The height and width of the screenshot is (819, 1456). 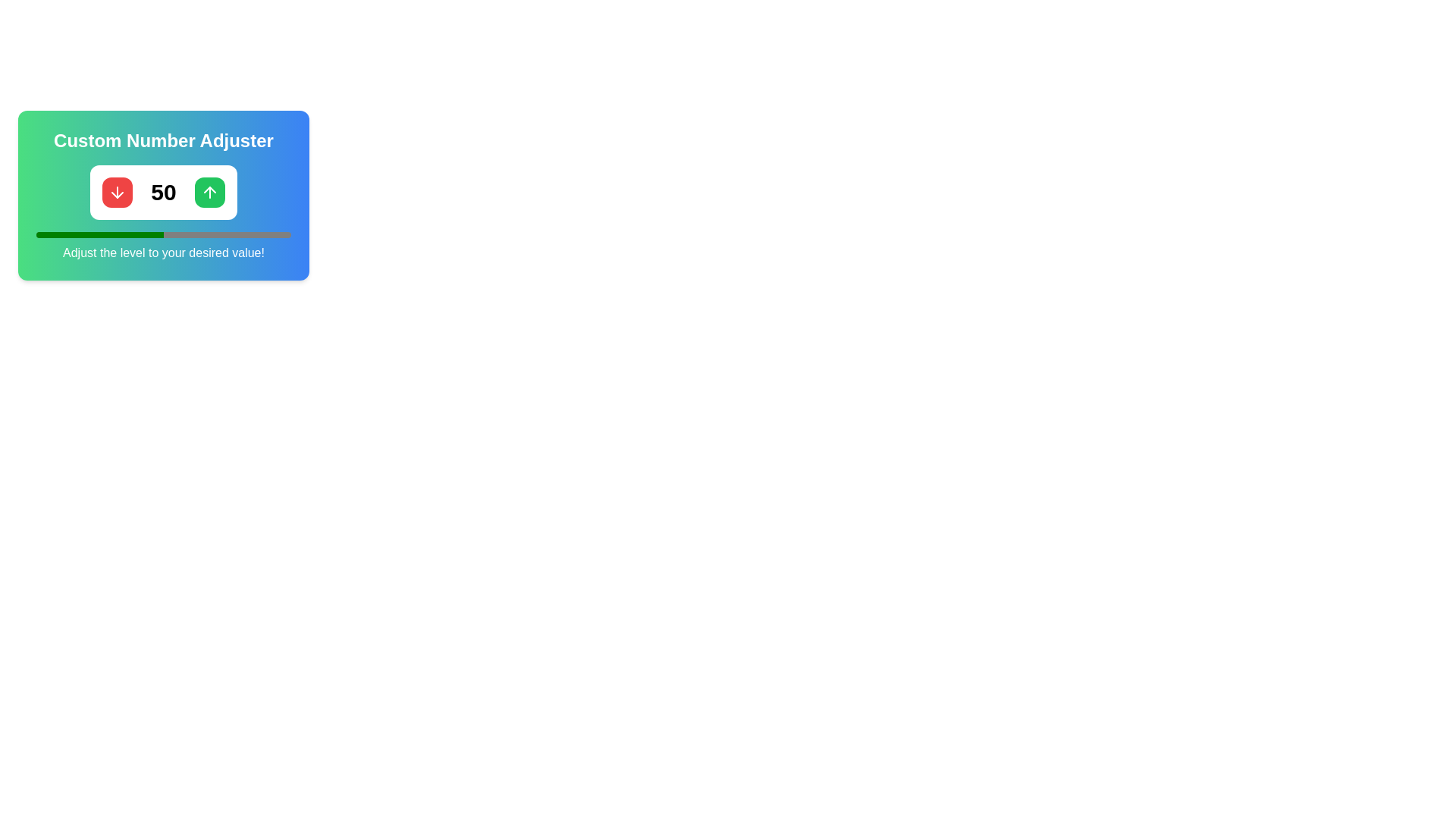 What do you see at coordinates (164, 253) in the screenshot?
I see `the instructional Text label located at the bottom of the 'Custom Number Adjuster' box, which provides guidance on adjusting a numerical value` at bounding box center [164, 253].